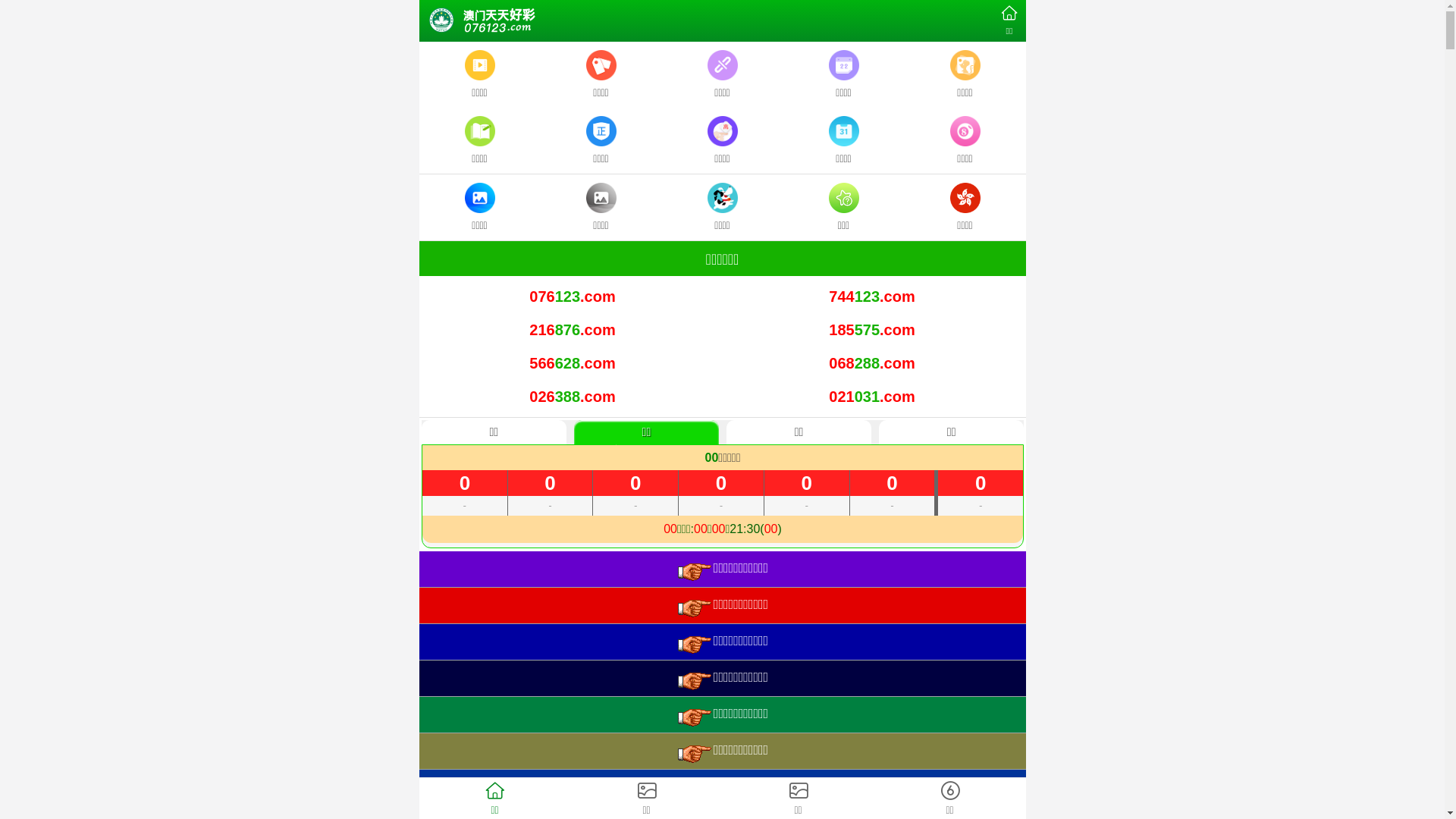 Image resolution: width=1456 pixels, height=819 pixels. I want to click on '744123.com', so click(871, 297).